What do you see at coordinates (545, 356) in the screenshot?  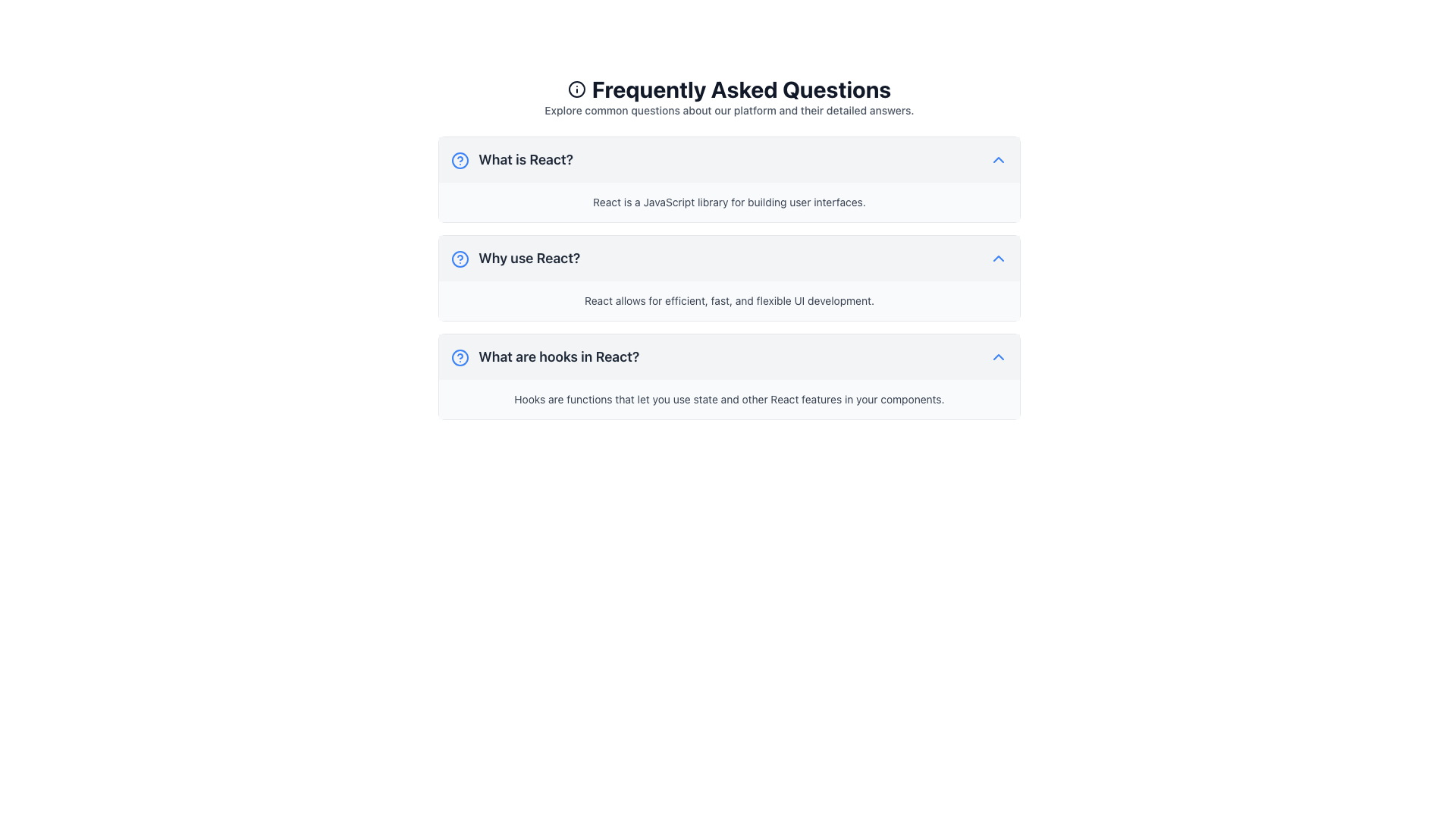 I see `text label 'What are hooks in React?' which is styled in bold and part of the FAQ section` at bounding box center [545, 356].